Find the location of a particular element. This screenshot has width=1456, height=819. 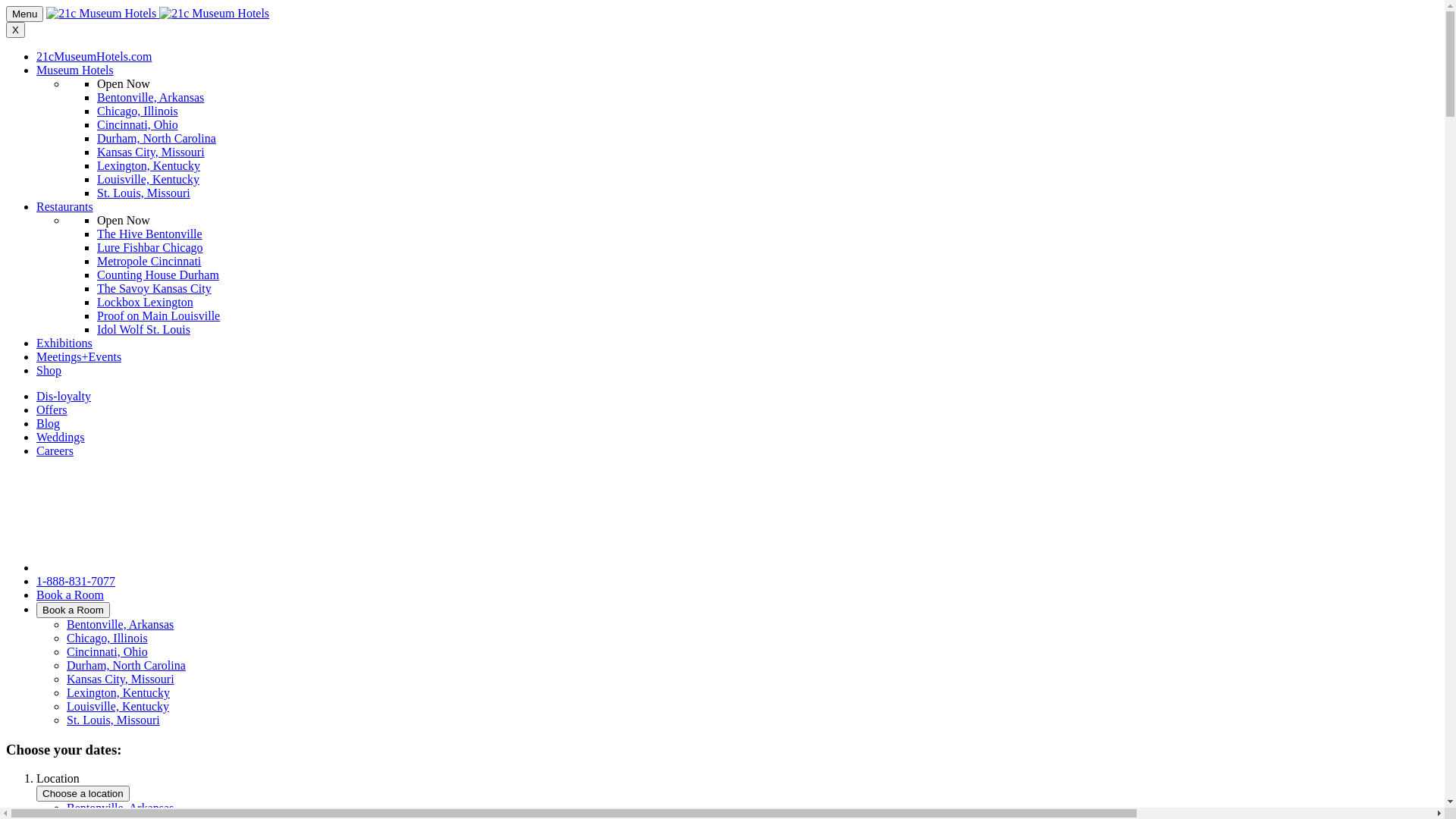

'Dis-loyalty' is located at coordinates (62, 395).